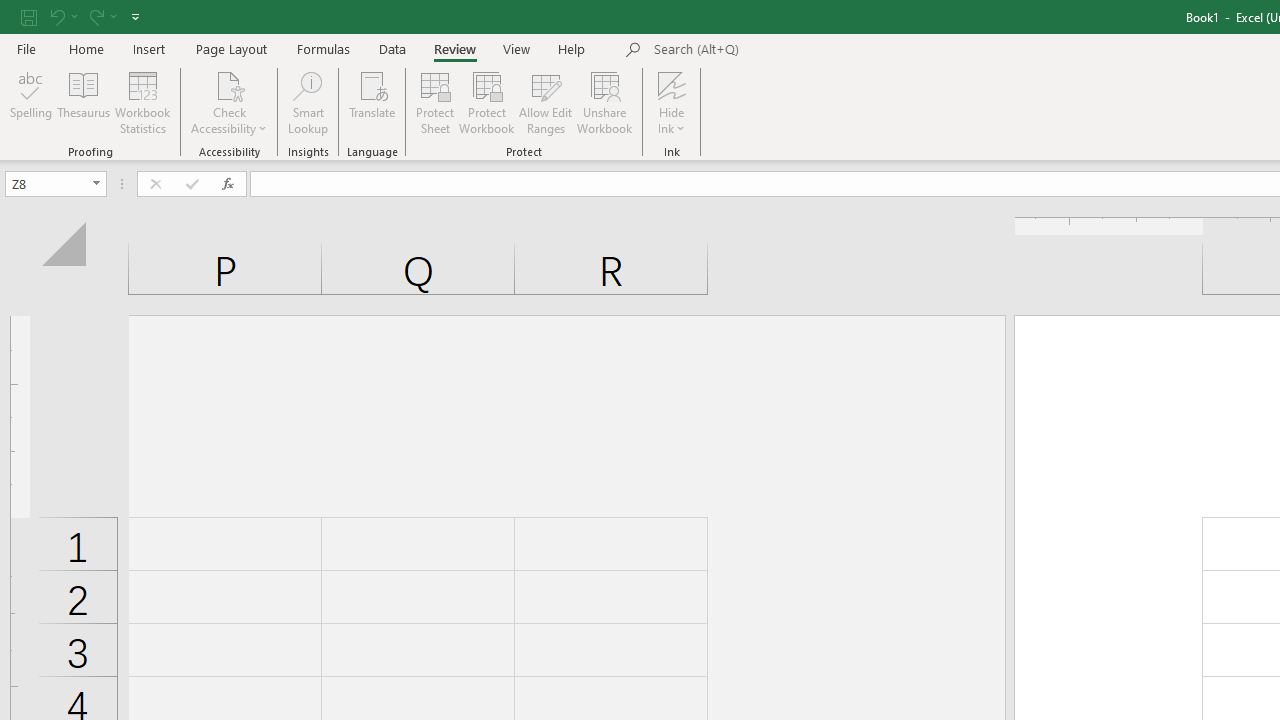 The image size is (1280, 720). I want to click on 'More Options', so click(672, 121).